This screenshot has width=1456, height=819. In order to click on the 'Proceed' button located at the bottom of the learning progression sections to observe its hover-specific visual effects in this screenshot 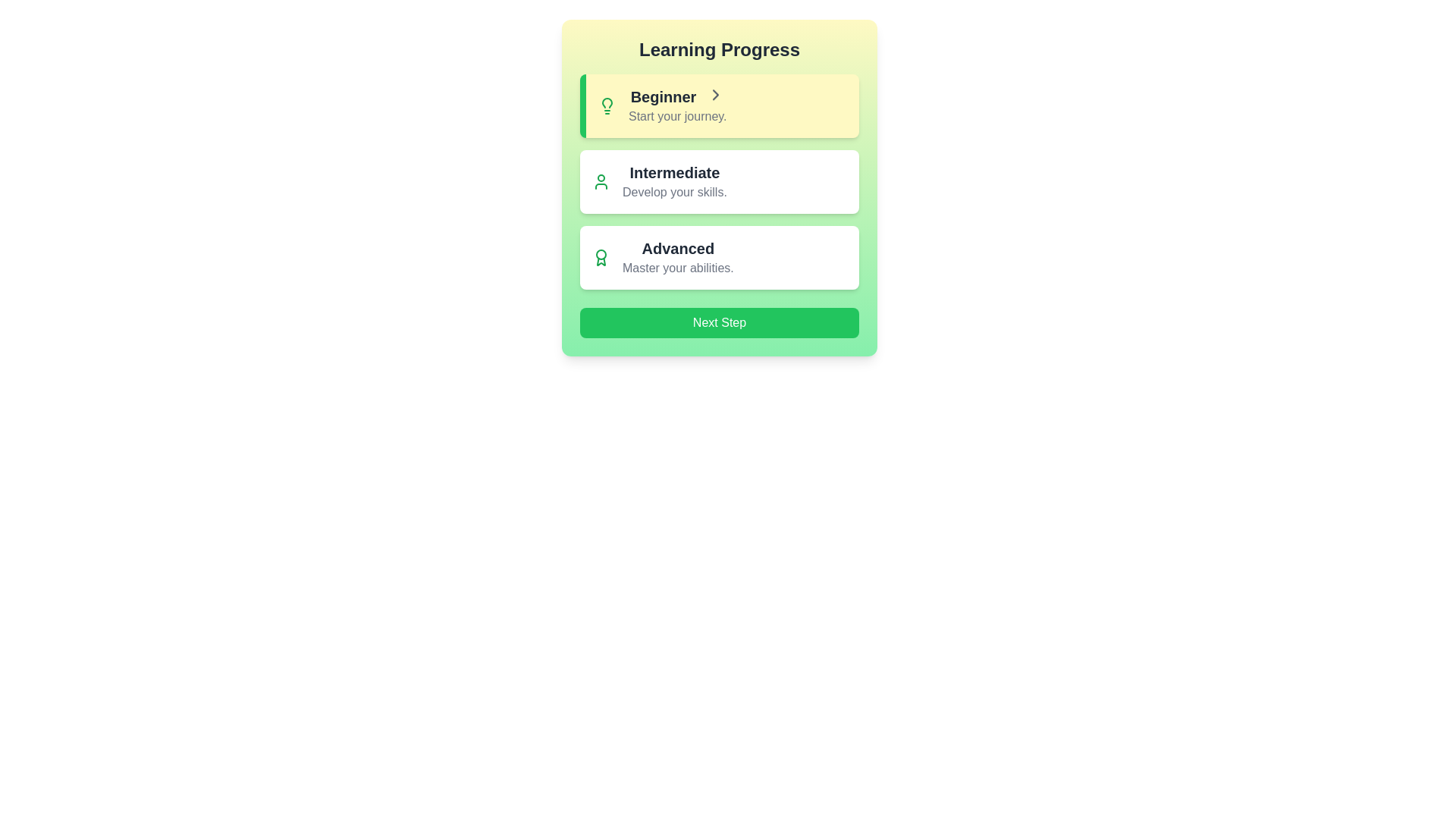, I will do `click(719, 322)`.